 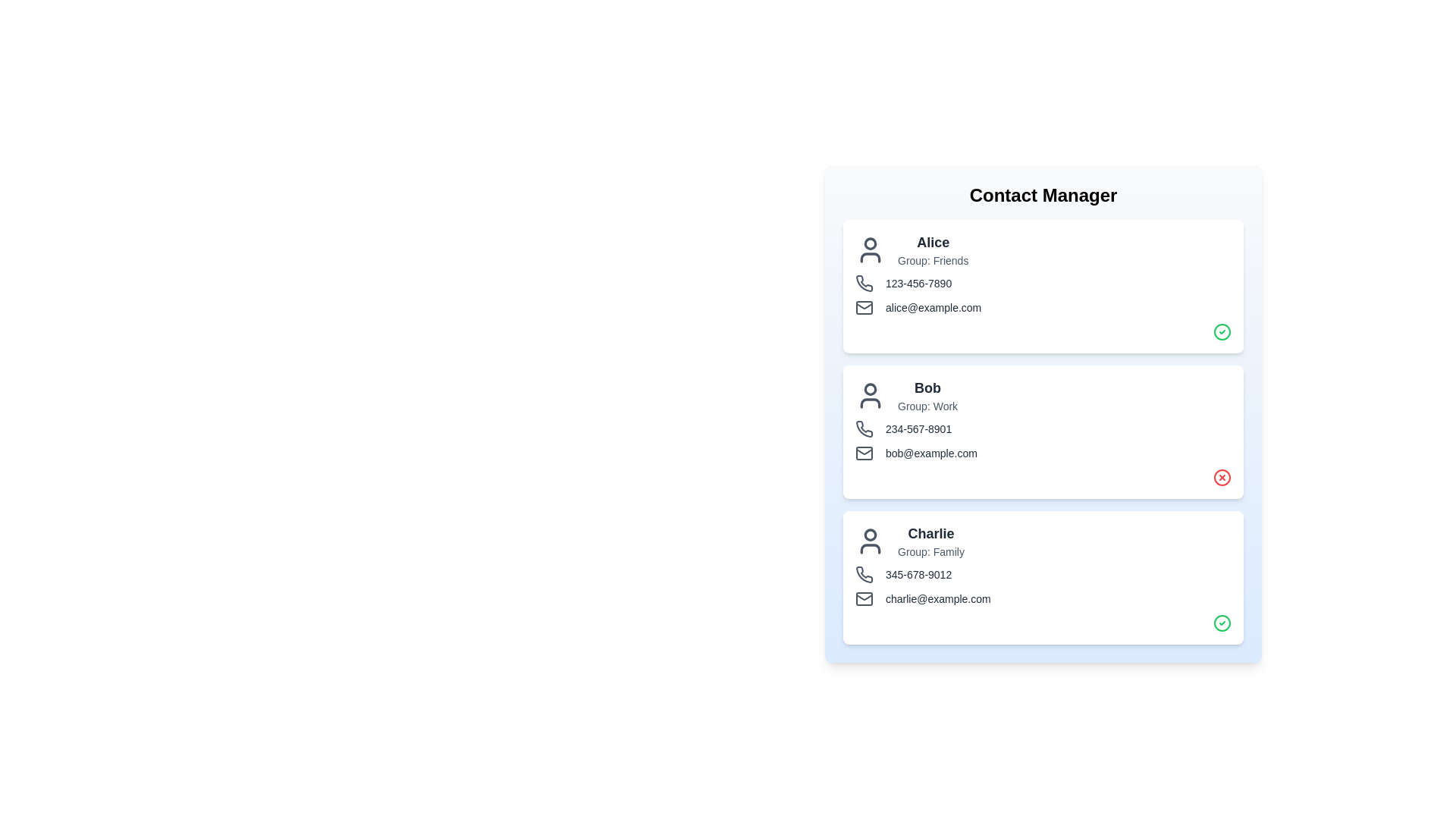 What do you see at coordinates (1222, 331) in the screenshot?
I see `the verification icon for Alice` at bounding box center [1222, 331].